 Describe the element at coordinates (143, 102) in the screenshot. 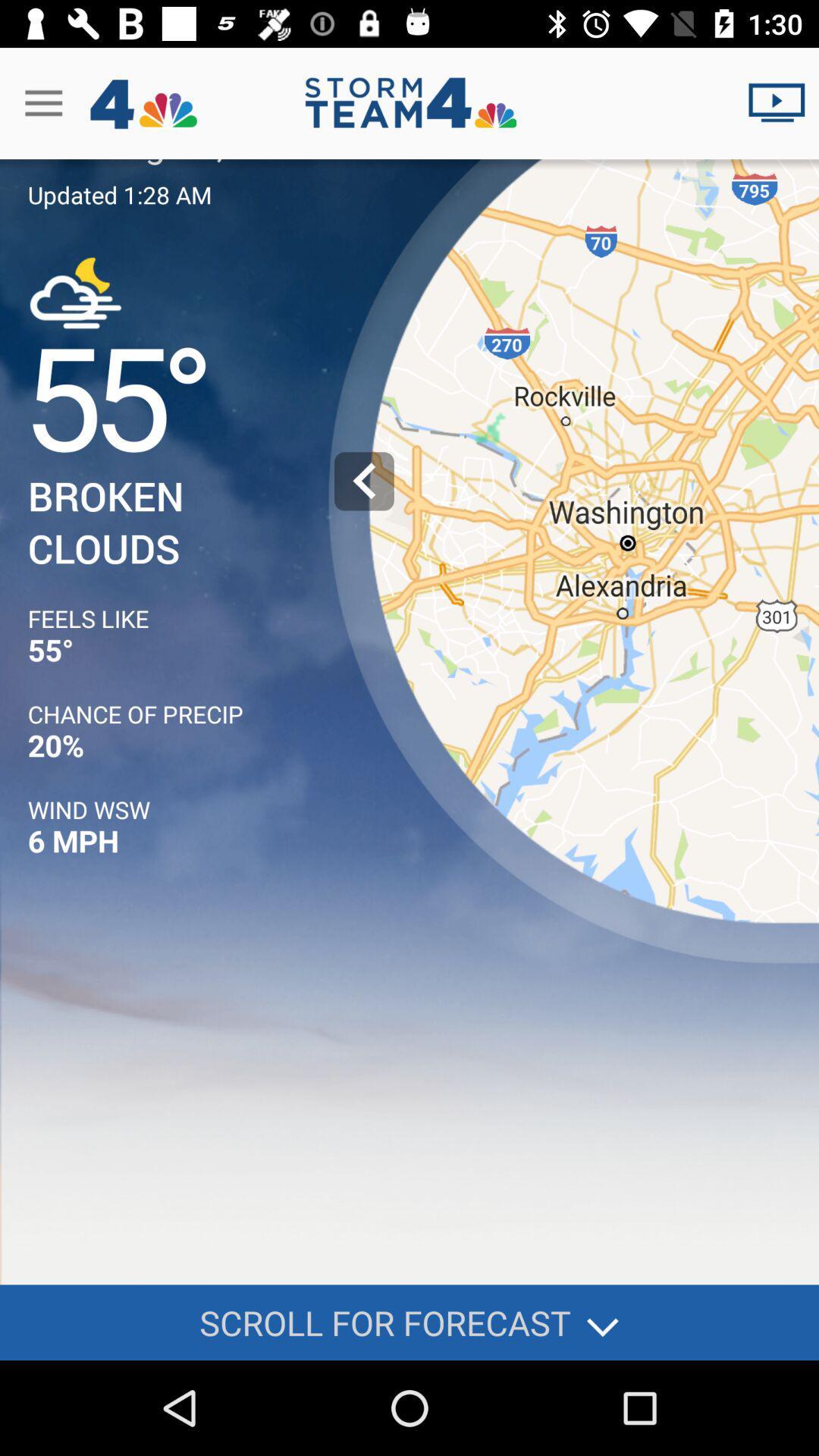

I see `the logo next to menu icon` at that location.